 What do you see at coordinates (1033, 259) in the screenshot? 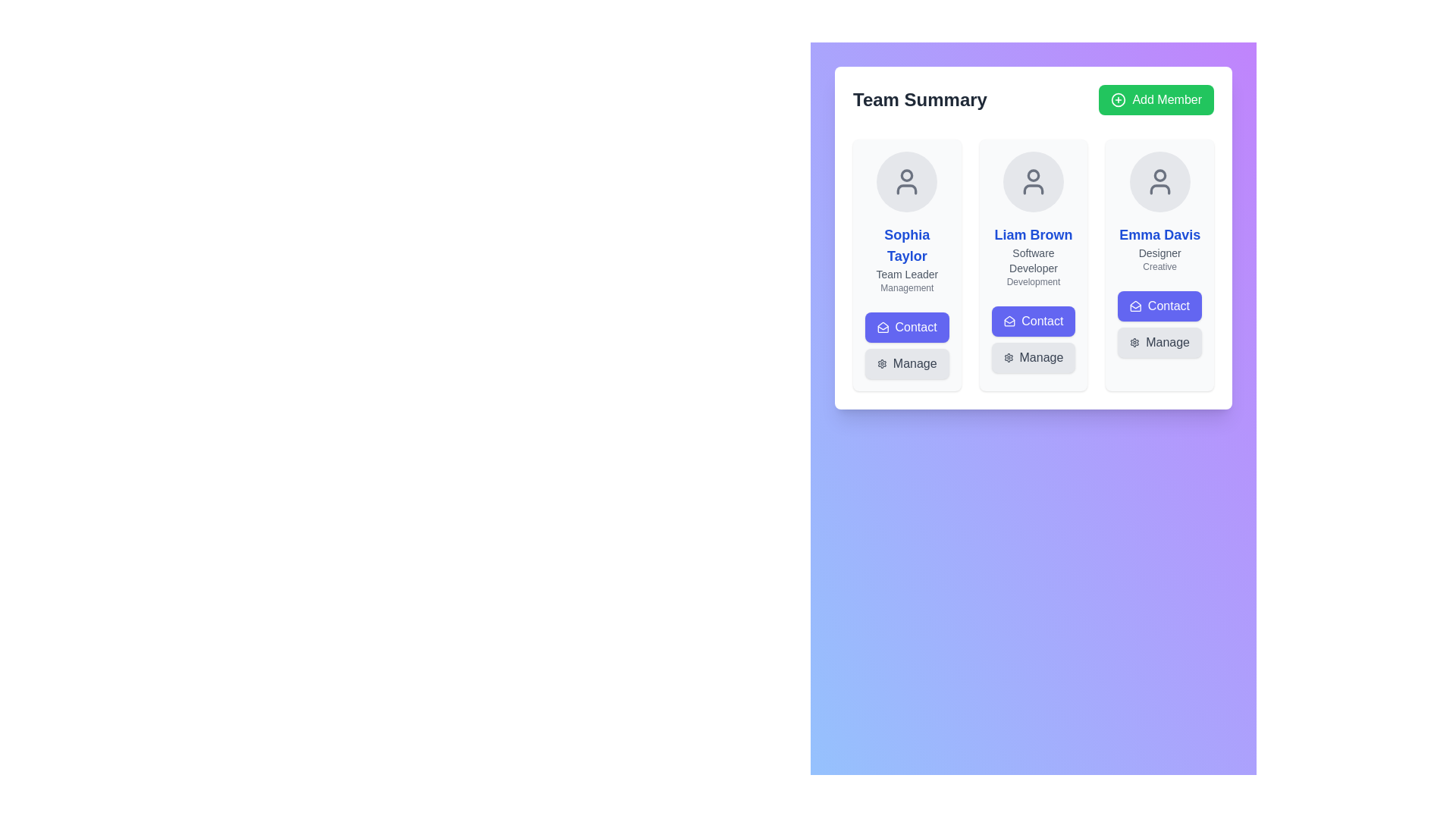
I see `the text label displaying the job title 'Software Developer' for the individual 'Liam Brown' in the second card of the user cards` at bounding box center [1033, 259].